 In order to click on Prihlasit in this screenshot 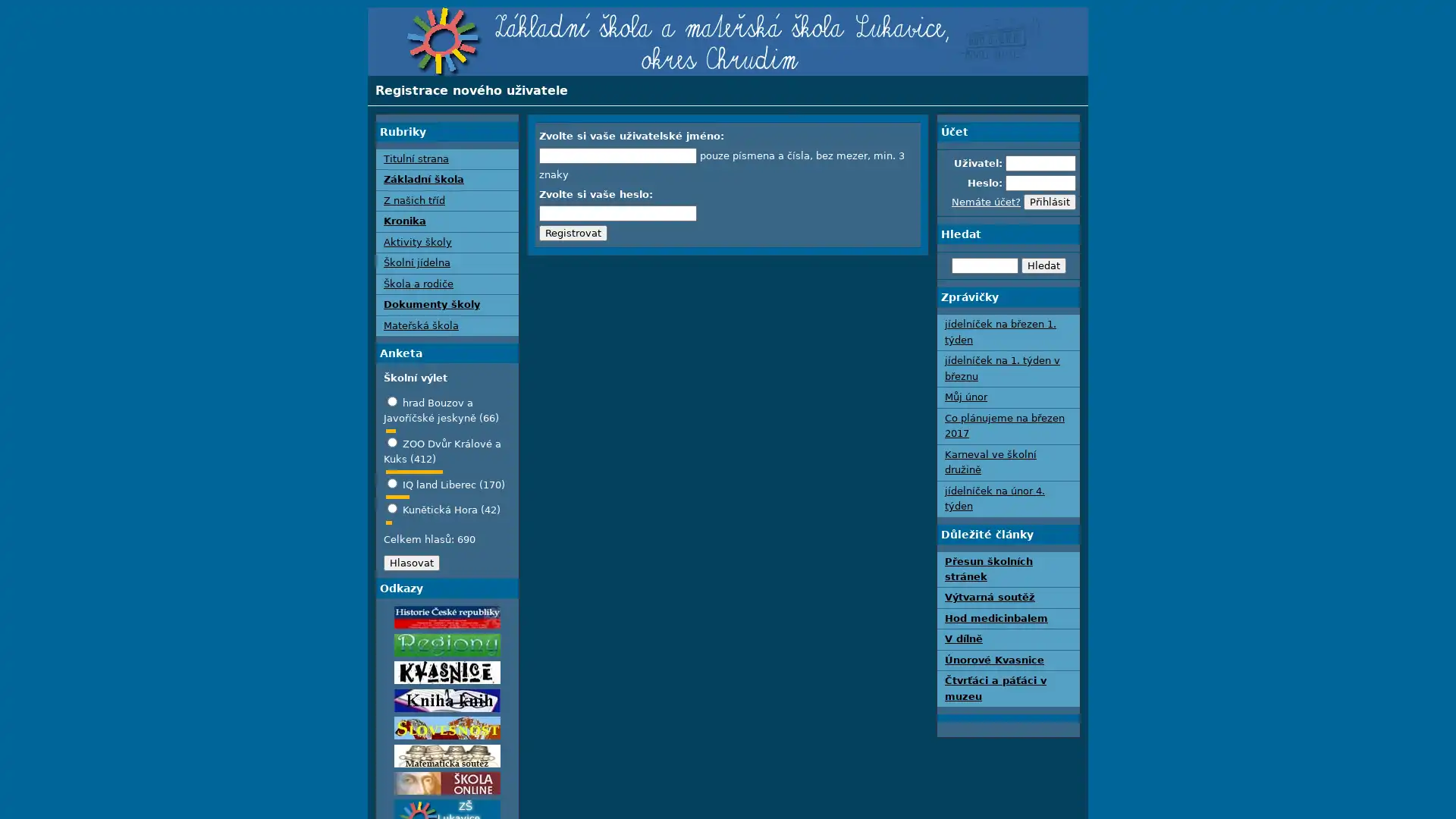, I will do `click(1049, 201)`.